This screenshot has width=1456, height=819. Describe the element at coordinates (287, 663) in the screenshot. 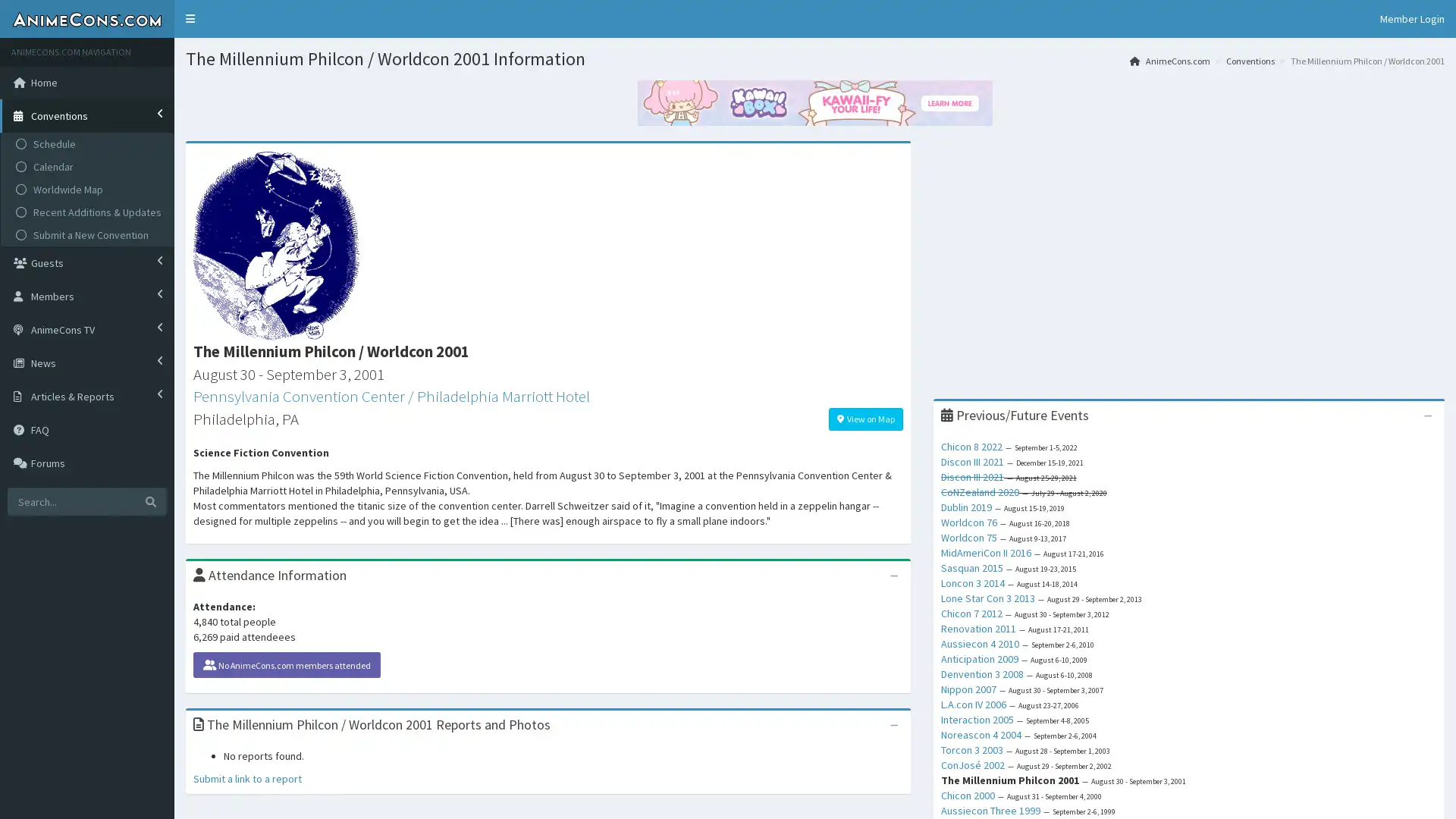

I see `No AnimeCons.com members attended` at that location.